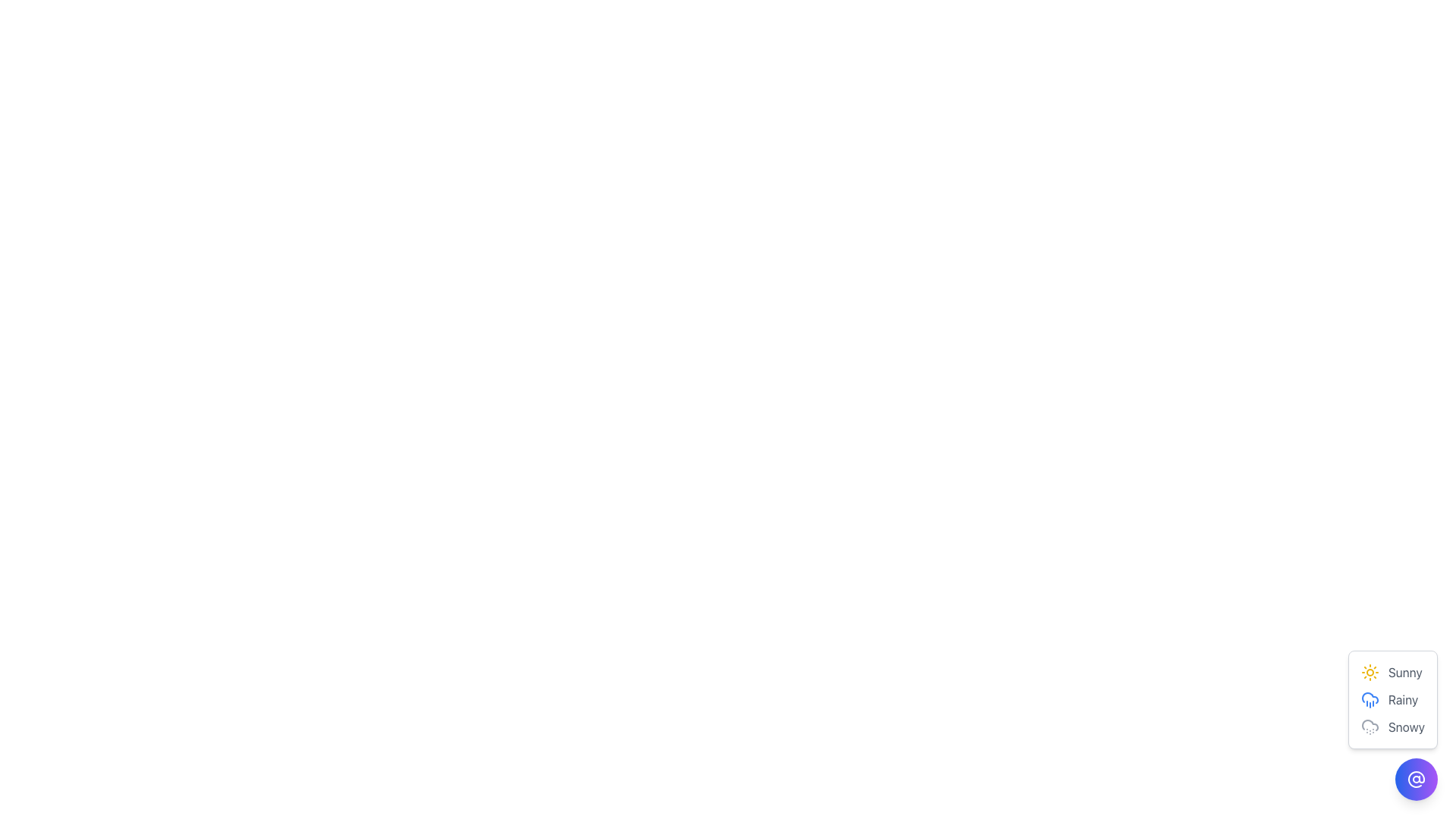 Image resolution: width=1456 pixels, height=819 pixels. Describe the element at coordinates (1370, 672) in the screenshot. I see `the sunny weather icon in the weather selection menu located towards the bottom right corner, which is the first weather indicator in its group` at that location.